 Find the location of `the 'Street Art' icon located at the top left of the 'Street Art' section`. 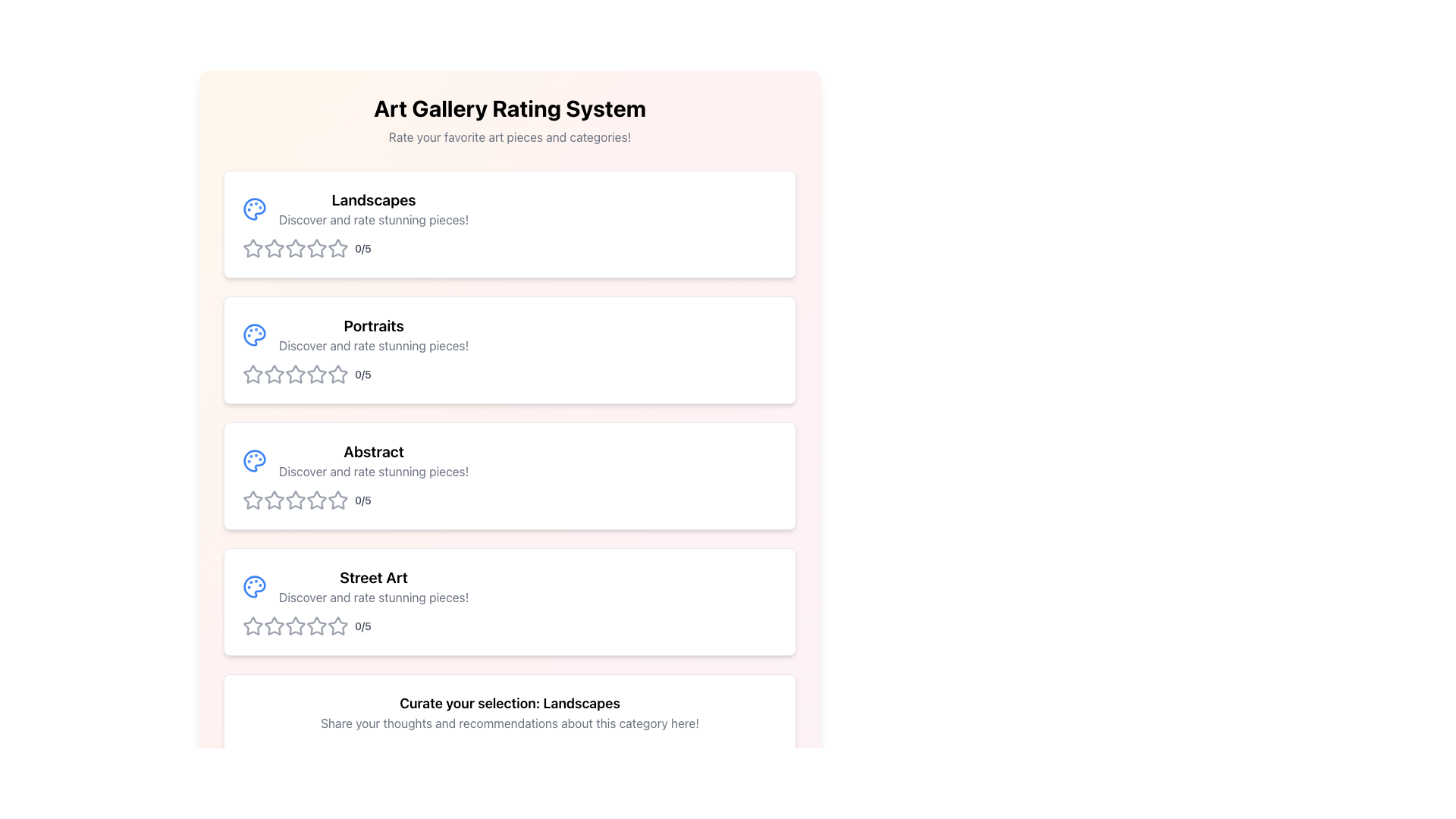

the 'Street Art' icon located at the top left of the 'Street Art' section is located at coordinates (255, 586).